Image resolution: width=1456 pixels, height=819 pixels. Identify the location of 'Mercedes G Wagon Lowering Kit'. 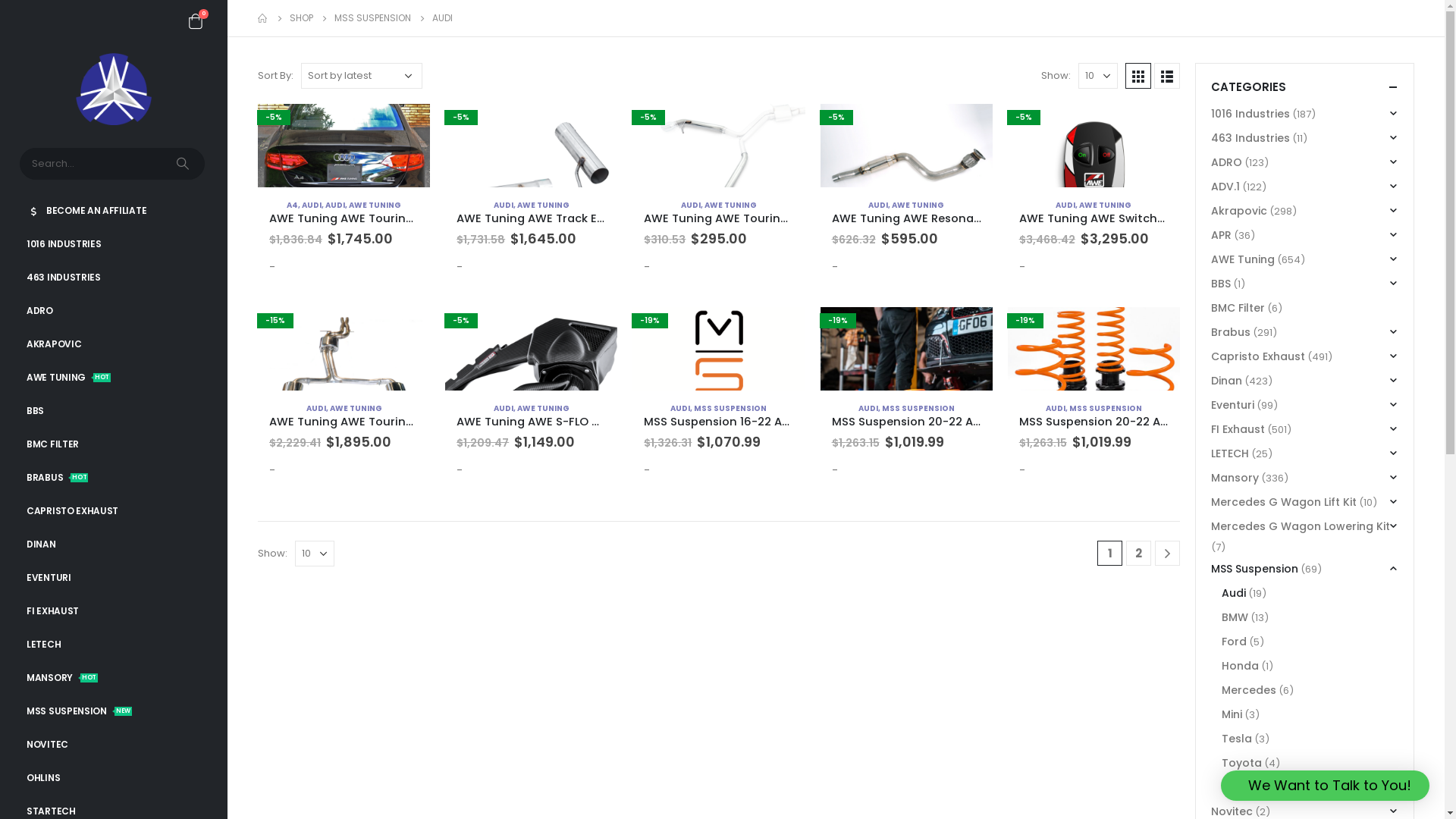
(1299, 526).